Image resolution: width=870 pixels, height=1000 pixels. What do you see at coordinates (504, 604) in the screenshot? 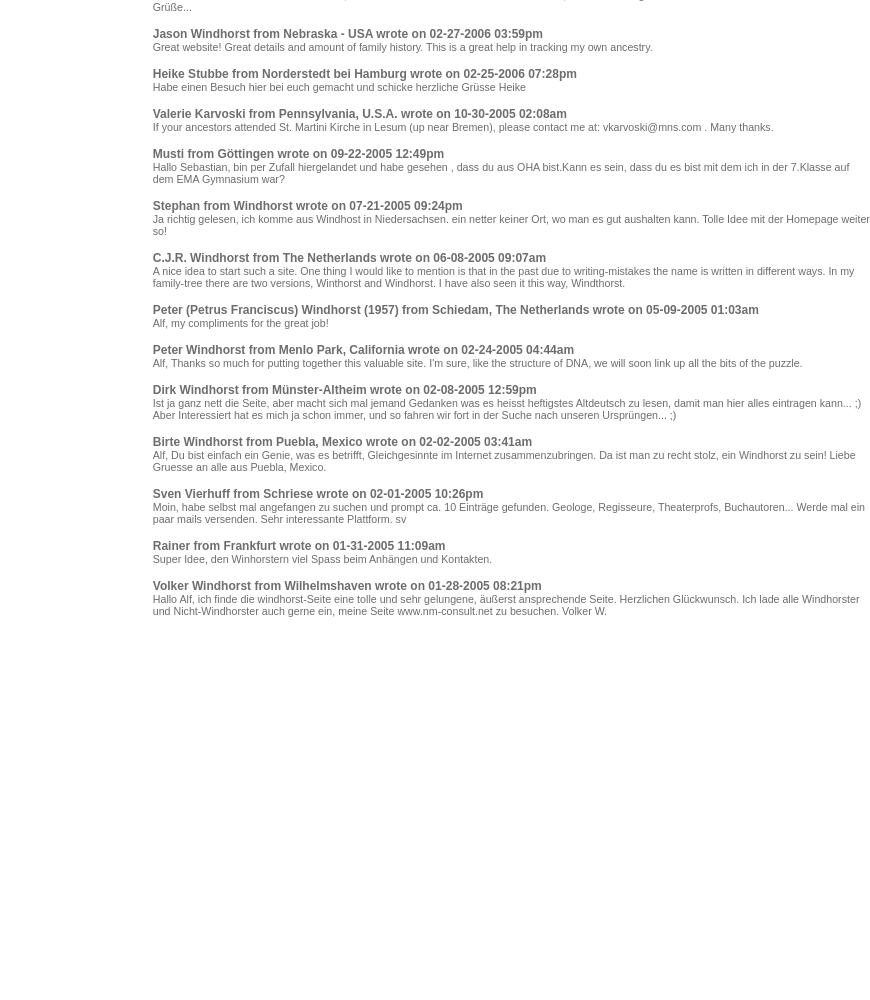
I see `'Hallo Alf, ich finde die windhorst-Seite eine tolle und sehr gelungene, äußerst ansprechende Seite. Herzlichen Glückwunsch.

Ich lade alle Windhorster und Nicht-Windhorster auch gerne ein, meine Seite www.nm-consult.net zu besuchen.

Volker W.'` at bounding box center [504, 604].